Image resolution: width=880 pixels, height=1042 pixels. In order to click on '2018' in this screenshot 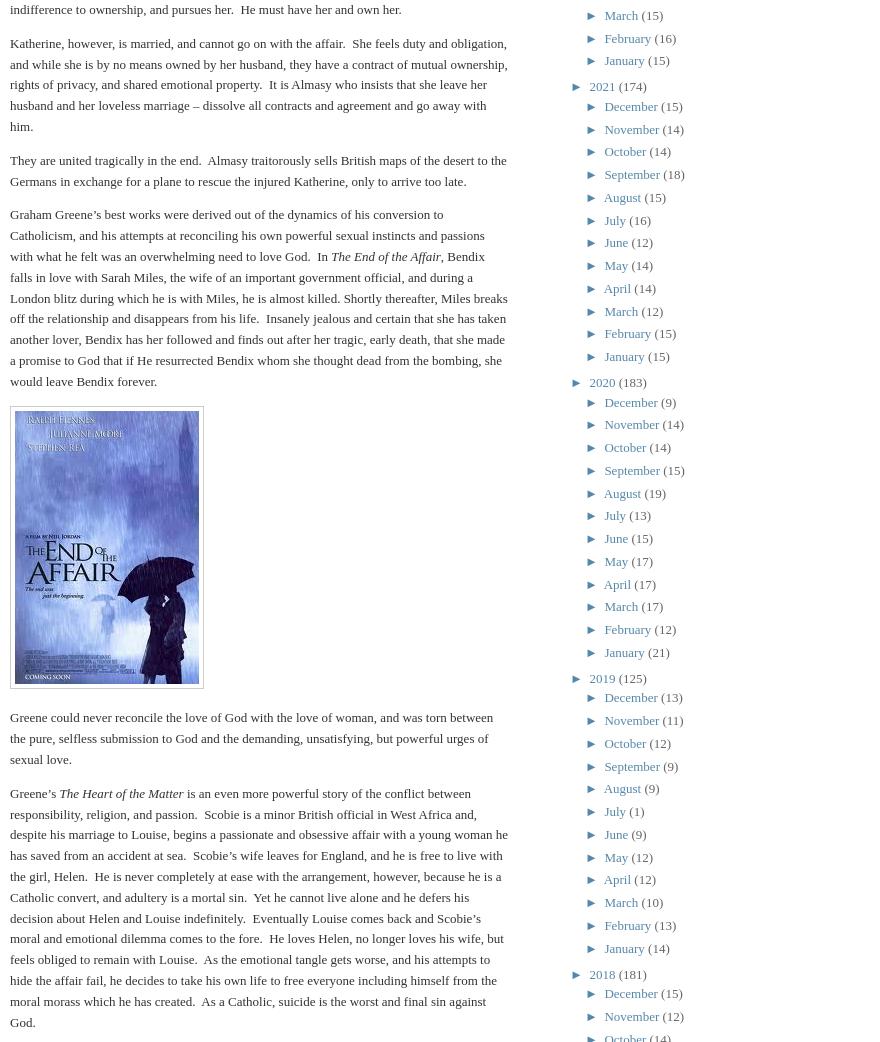, I will do `click(587, 973)`.